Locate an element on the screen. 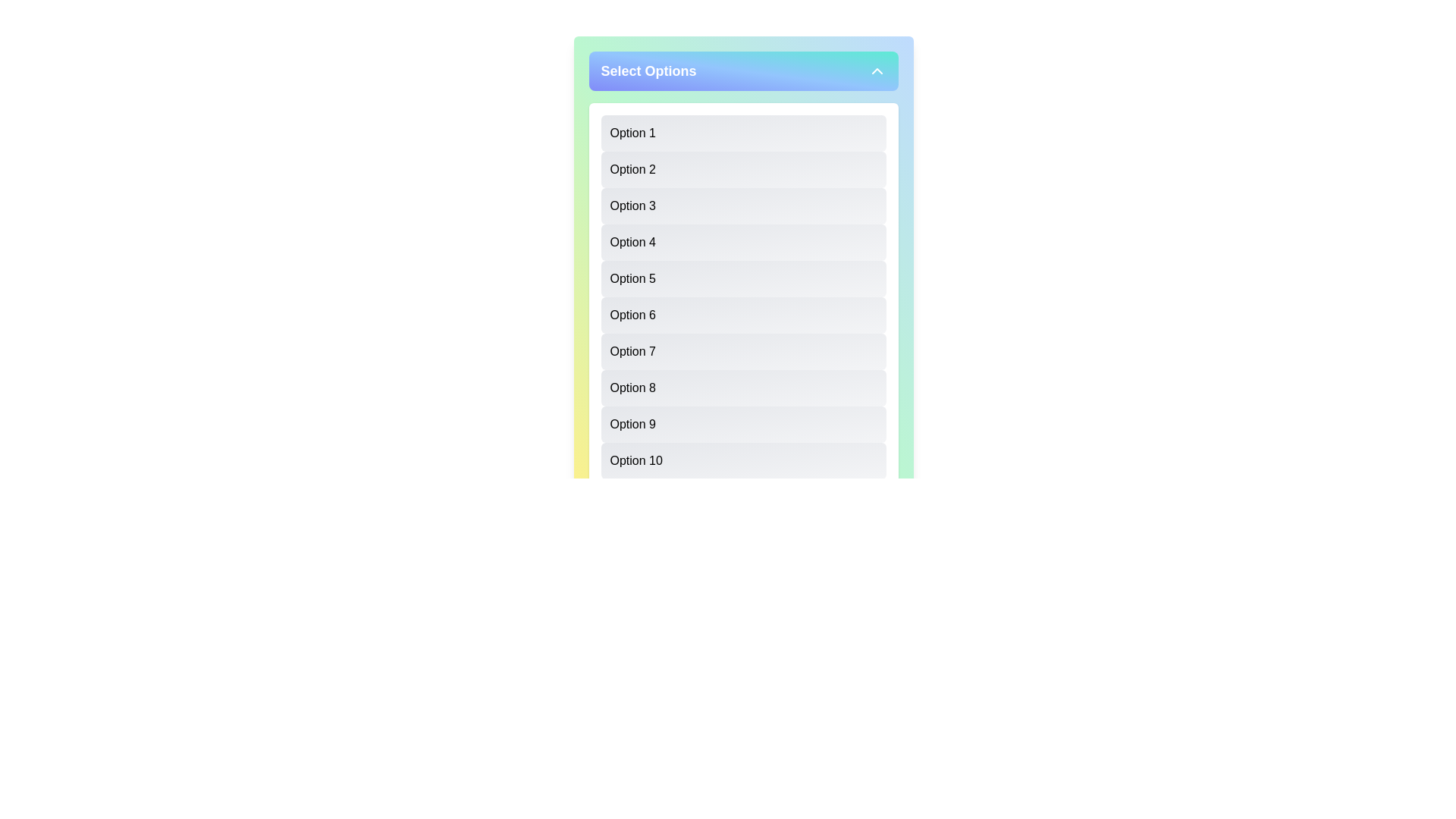 The width and height of the screenshot is (1456, 819). the text content of the topmost option in the dropdown list under the 'Select Options' heading is located at coordinates (632, 133).